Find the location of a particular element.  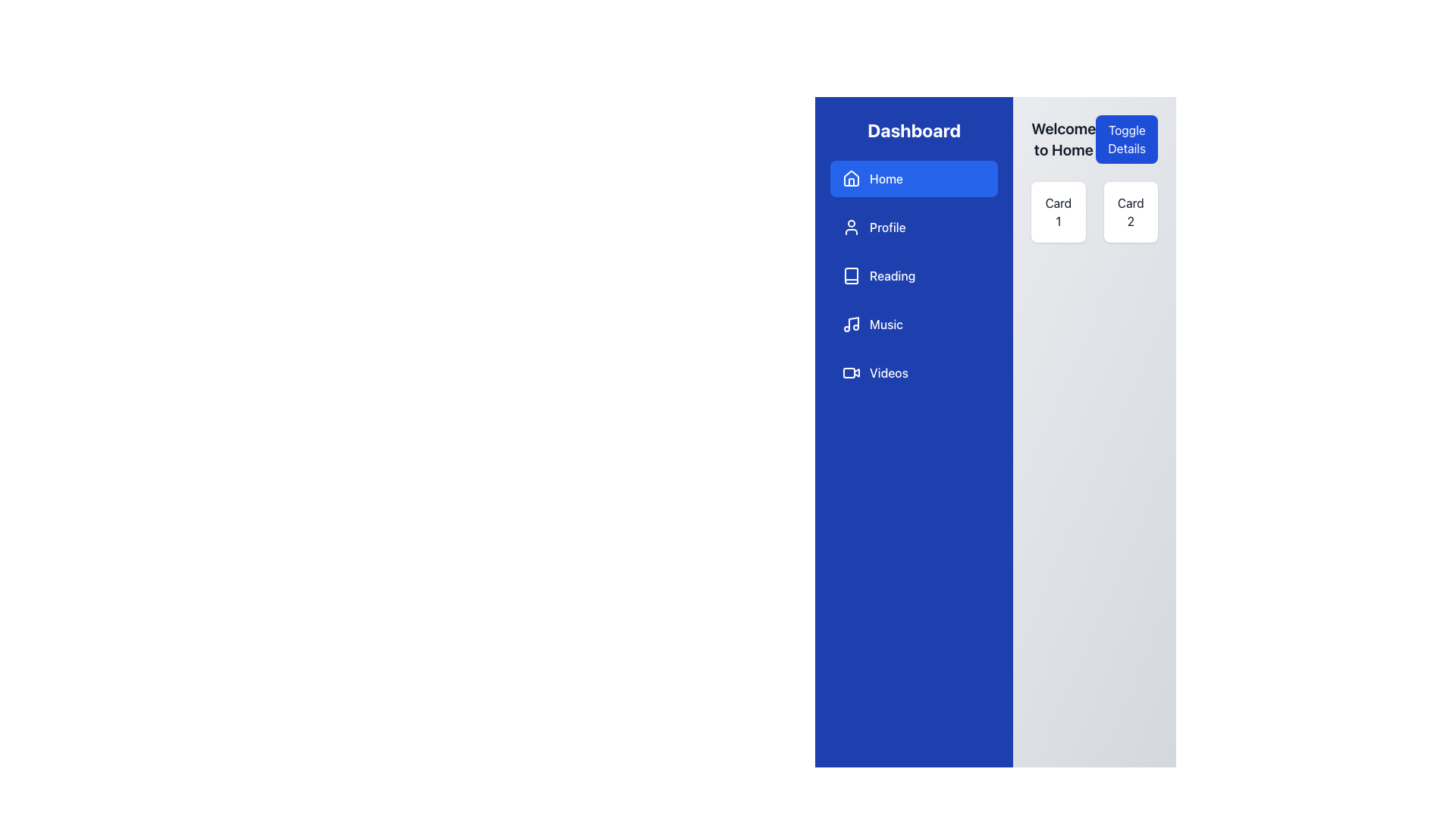

the 'Reading' navigation menu item located in the vertical sidebar, which is the third item in the list is located at coordinates (913, 275).